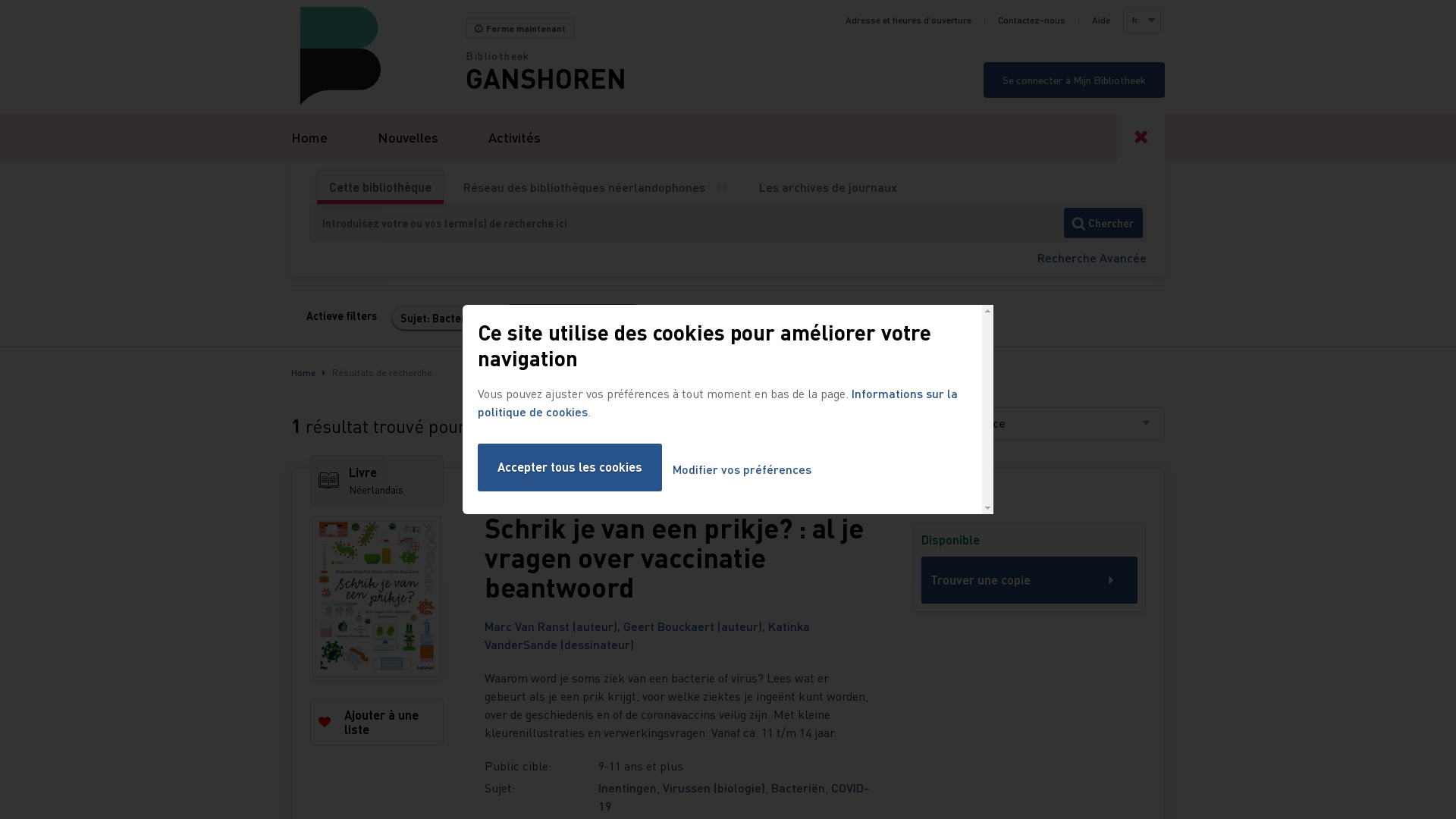  What do you see at coordinates (0, 0) in the screenshot?
I see `'Skip to search'` at bounding box center [0, 0].